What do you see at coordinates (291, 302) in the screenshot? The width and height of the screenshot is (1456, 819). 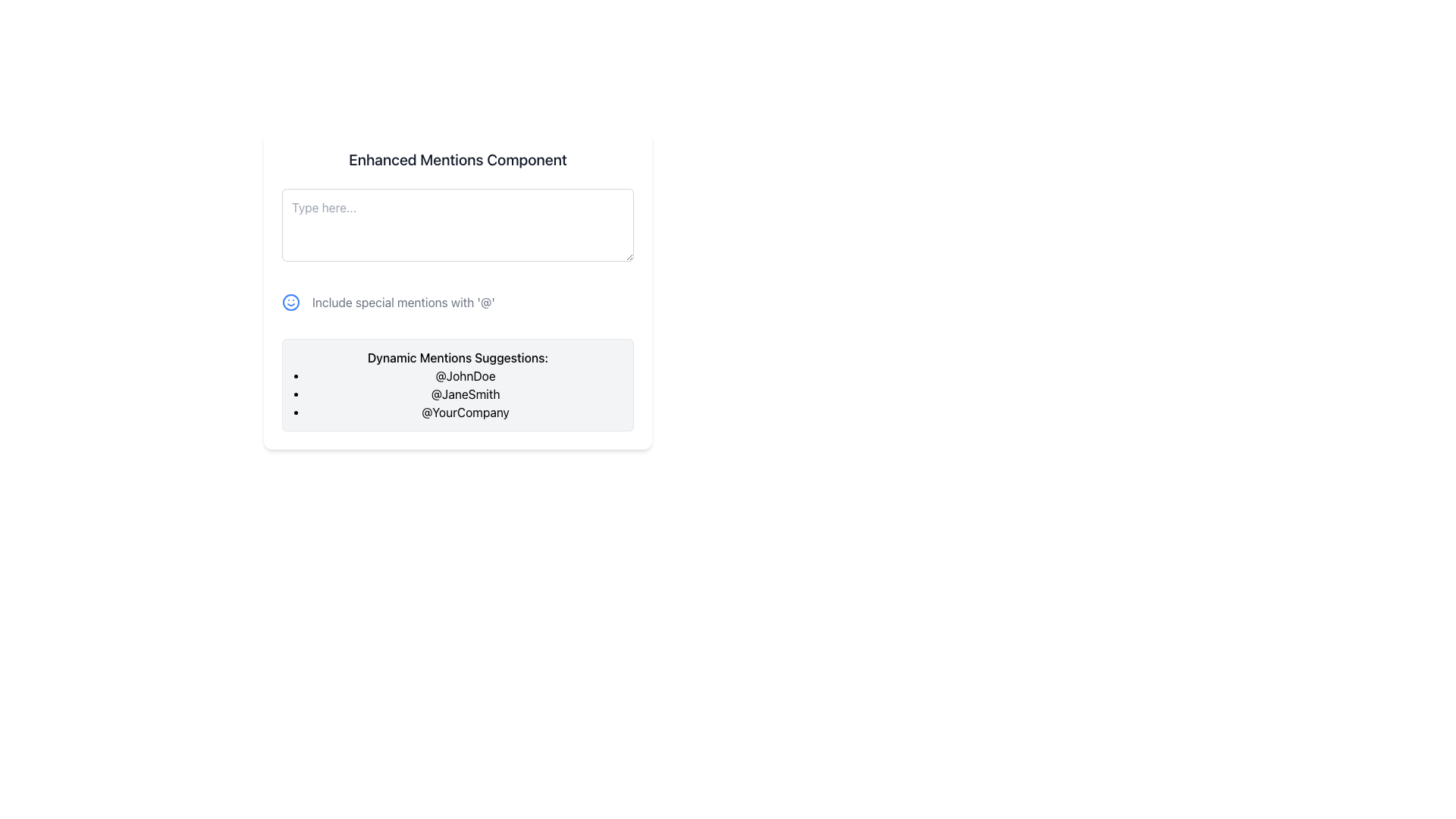 I see `the positivity icon located on the left side of the text 'Include special mentions with '@'' to indicate a friendly feature` at bounding box center [291, 302].